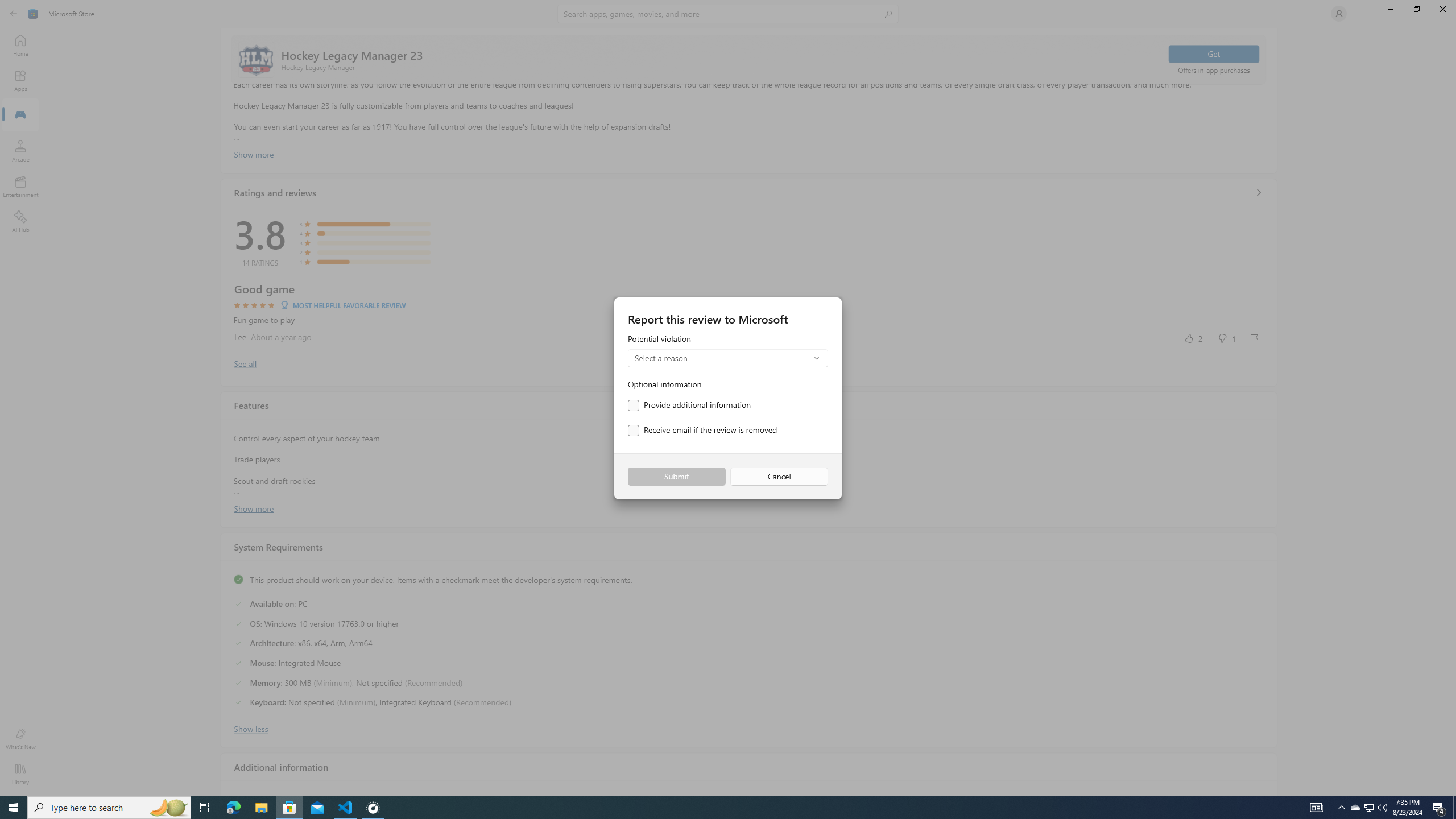  I want to click on 'Search', so click(728, 13).